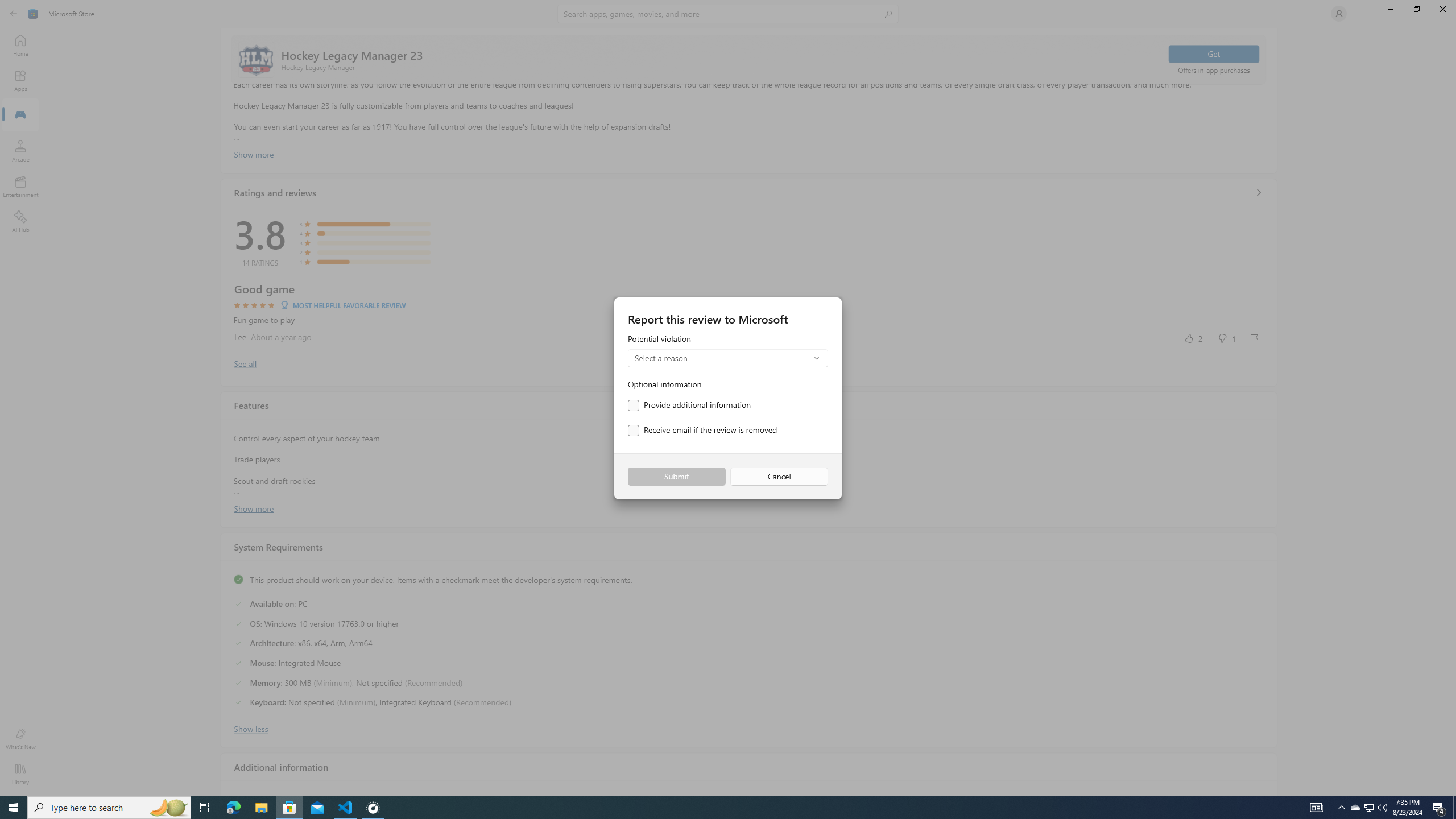  I want to click on 'Search', so click(728, 13).